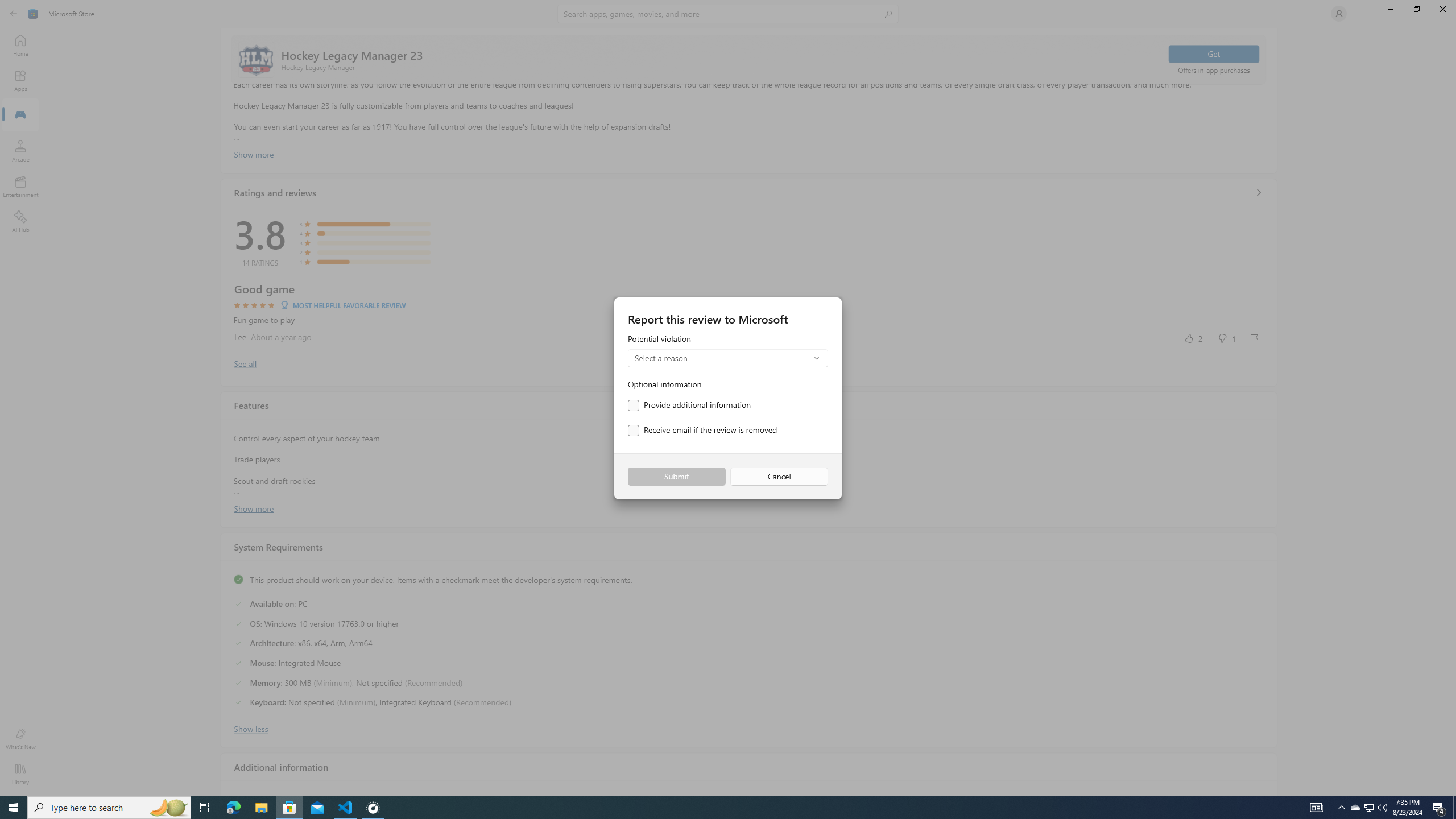  I want to click on 'Search', so click(728, 13).